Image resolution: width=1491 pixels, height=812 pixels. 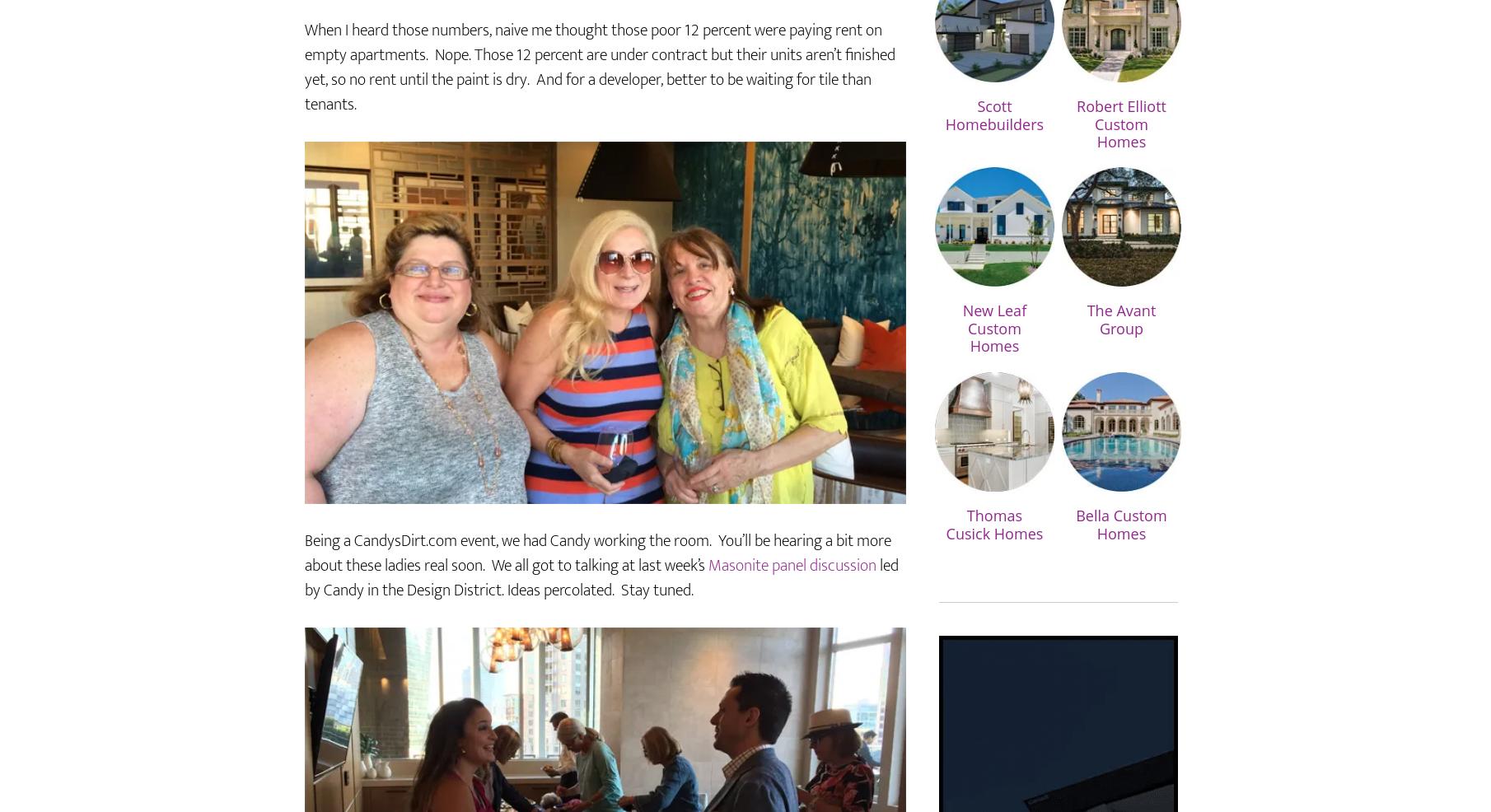 What do you see at coordinates (946, 571) in the screenshot?
I see `'Thomas Cusick Homes'` at bounding box center [946, 571].